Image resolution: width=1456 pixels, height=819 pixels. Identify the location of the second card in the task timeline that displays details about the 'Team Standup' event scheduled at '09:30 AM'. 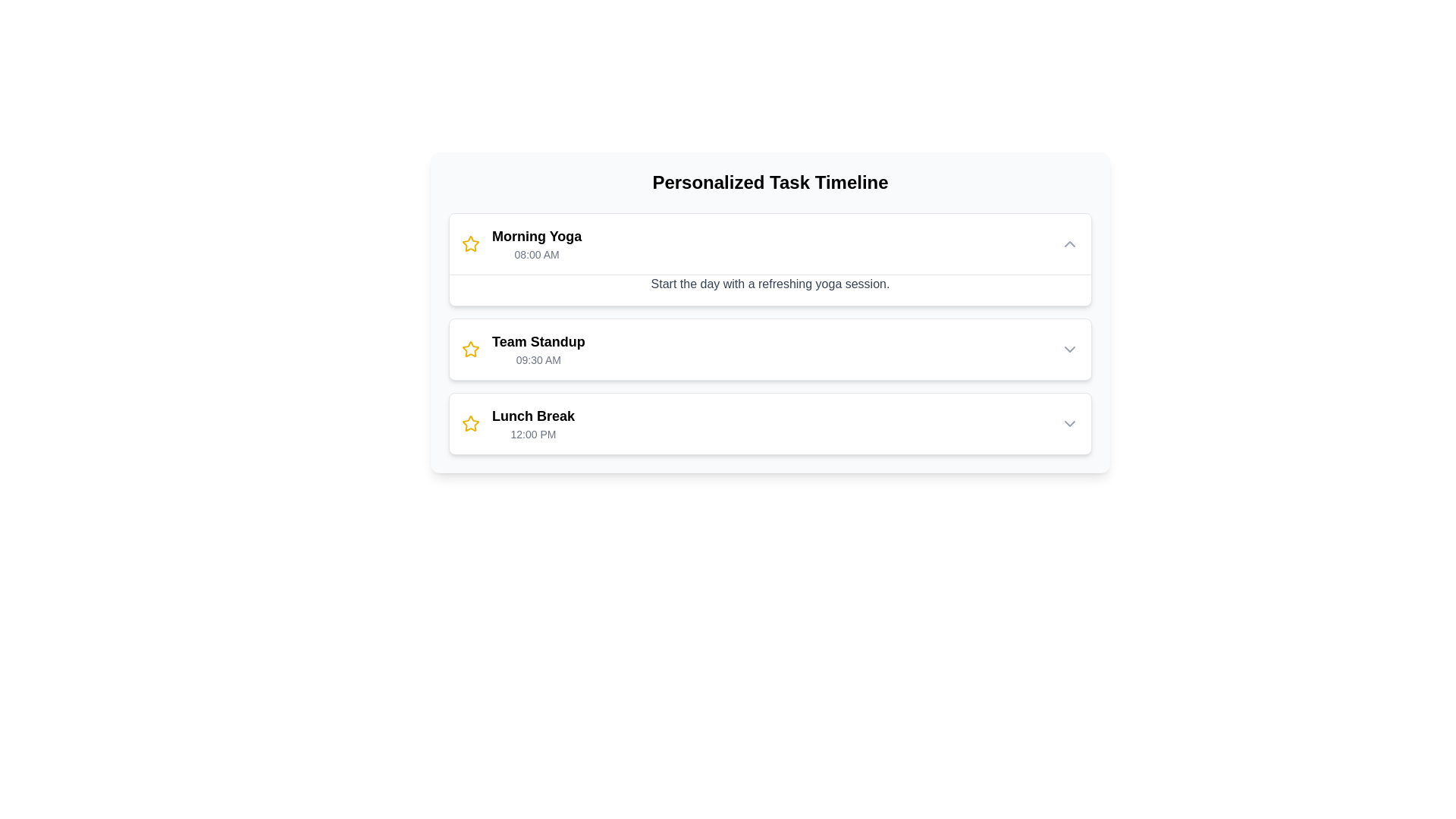
(770, 350).